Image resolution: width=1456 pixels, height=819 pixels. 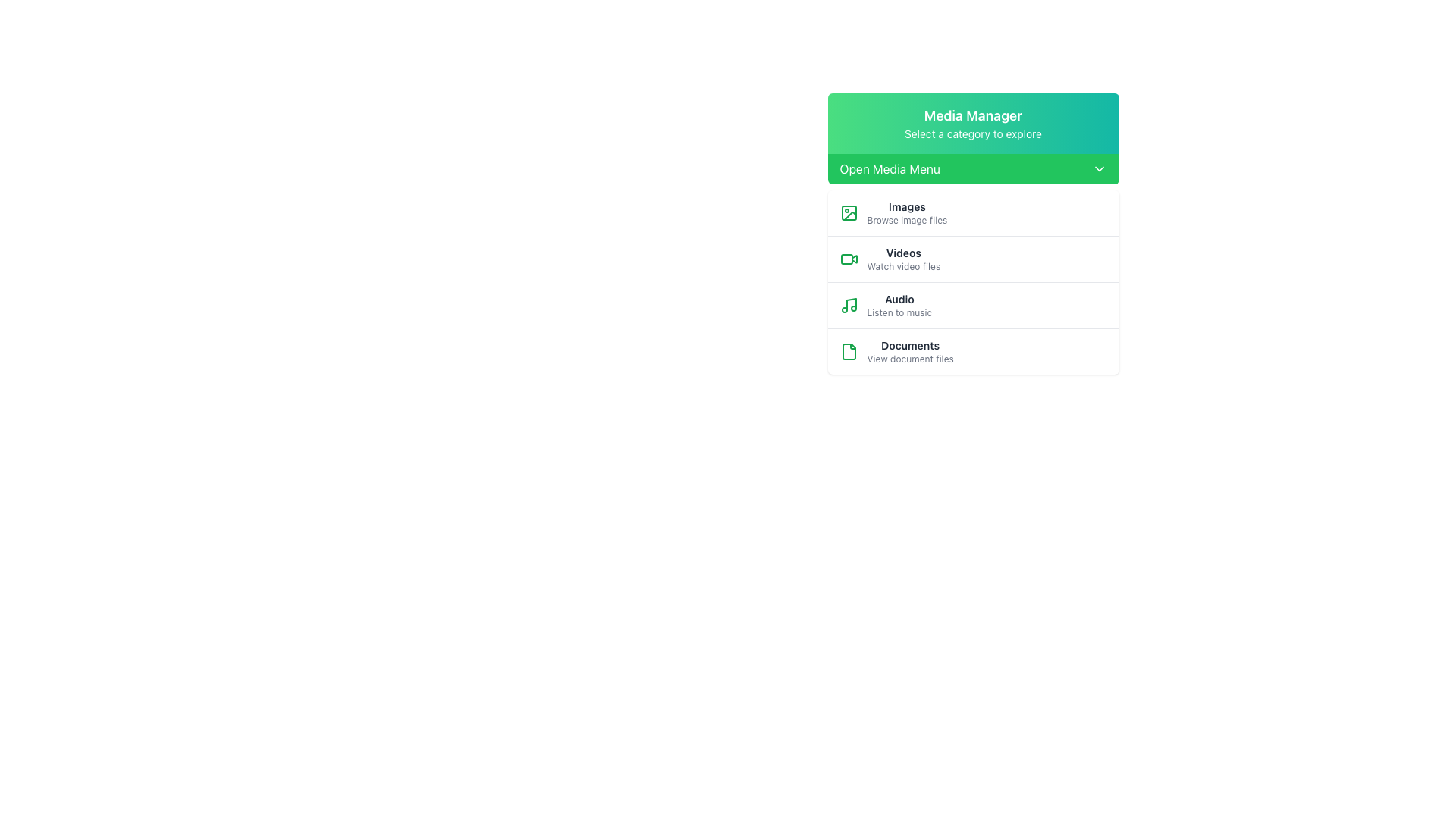 I want to click on the second menu item in the 'Media Manager' section, which is for video-related options, located between 'Images' and 'Audio', so click(x=903, y=259).